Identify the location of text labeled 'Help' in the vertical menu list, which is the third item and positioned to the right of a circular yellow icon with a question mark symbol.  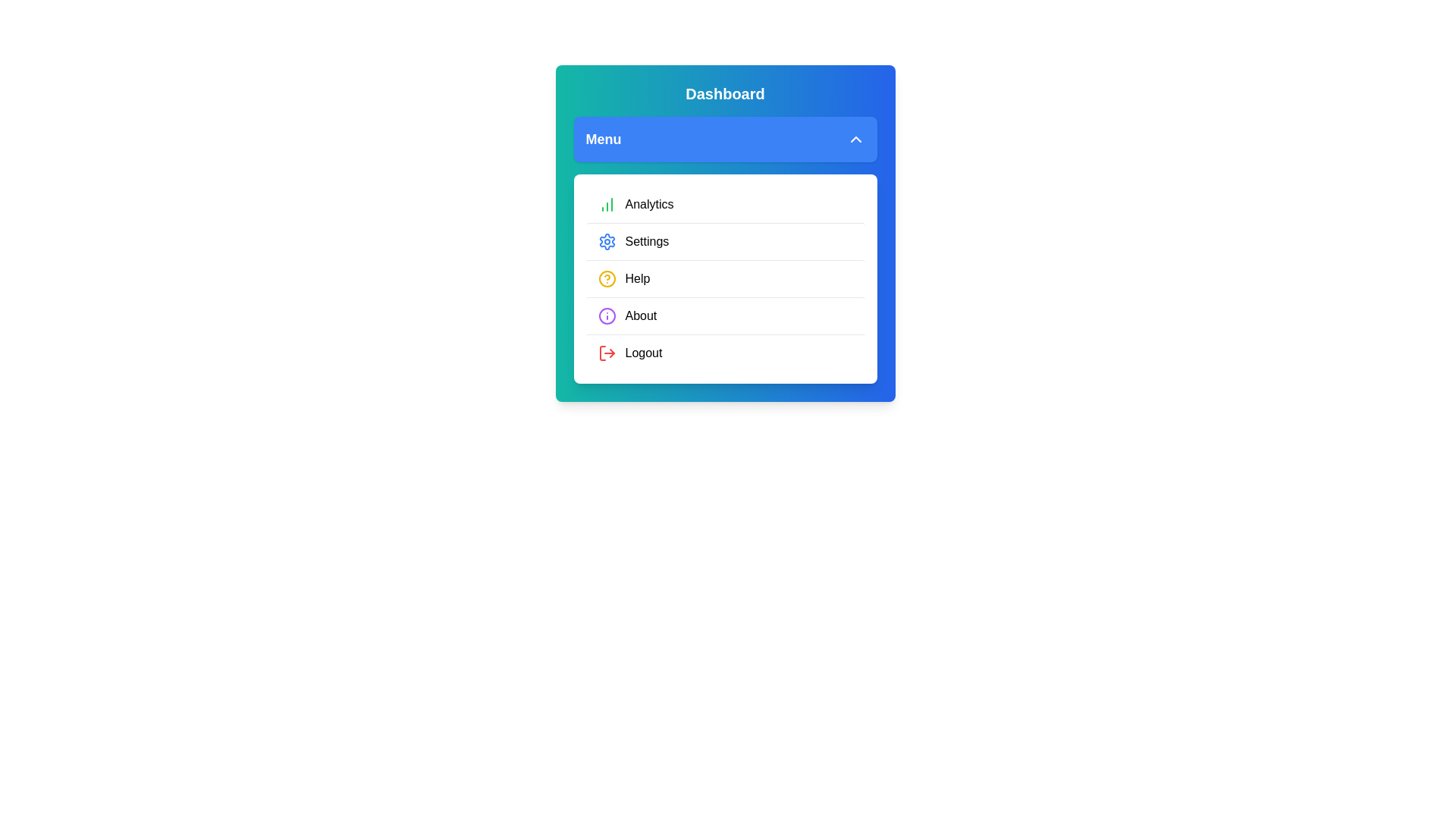
(637, 278).